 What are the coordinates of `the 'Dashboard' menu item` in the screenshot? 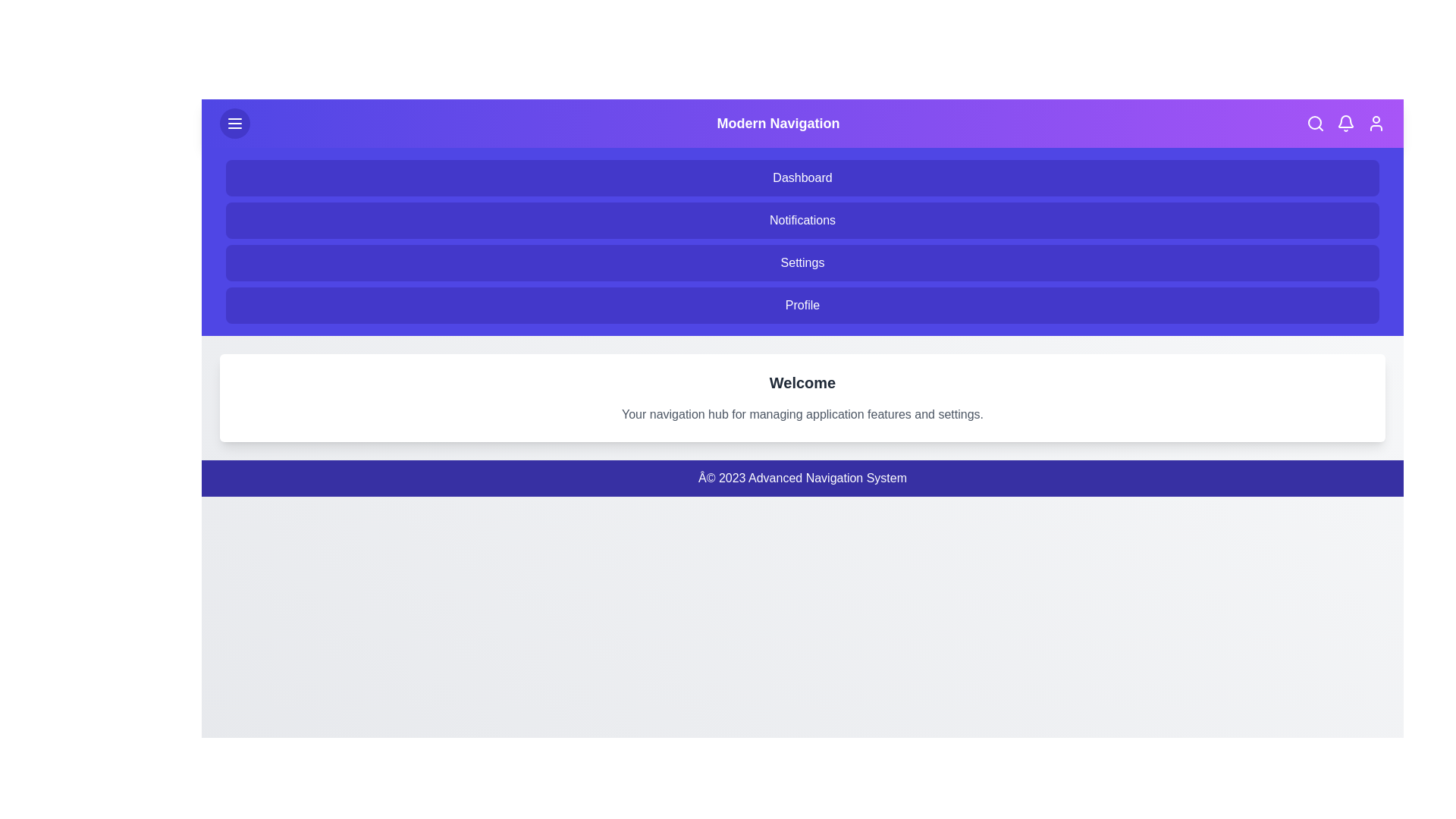 It's located at (802, 177).